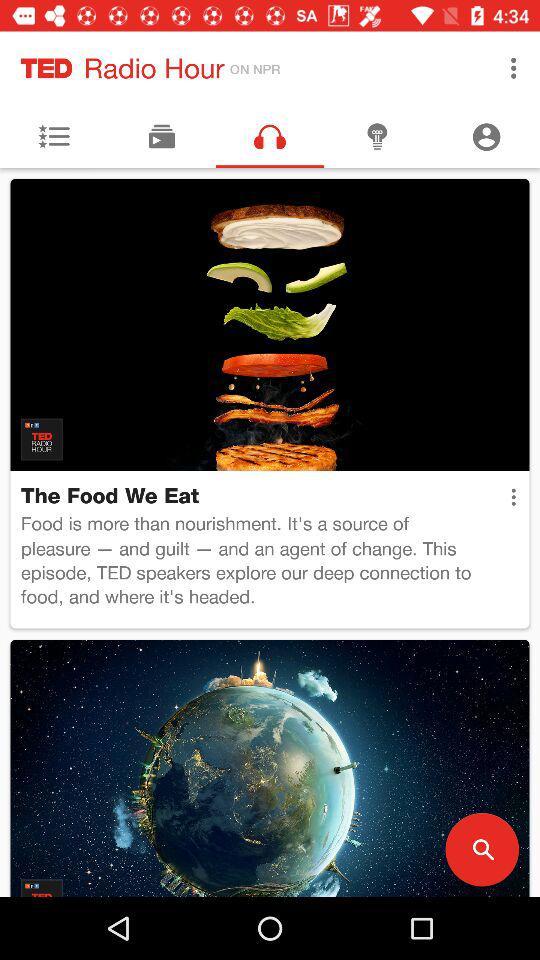  Describe the element at coordinates (513, 68) in the screenshot. I see `icon to the right of the on npr icon` at that location.